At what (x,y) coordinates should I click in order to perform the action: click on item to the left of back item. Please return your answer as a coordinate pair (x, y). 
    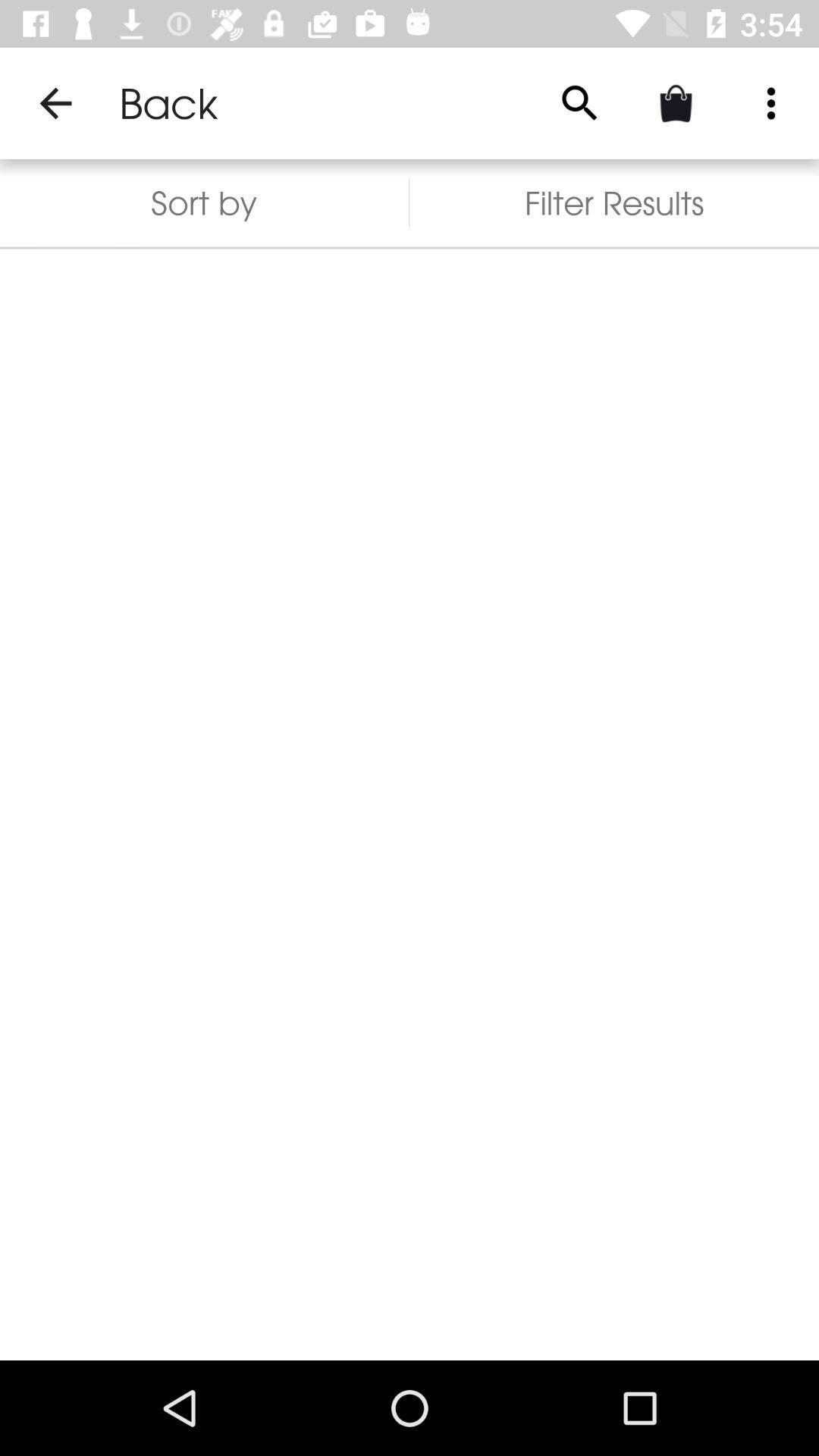
    Looking at the image, I should click on (55, 102).